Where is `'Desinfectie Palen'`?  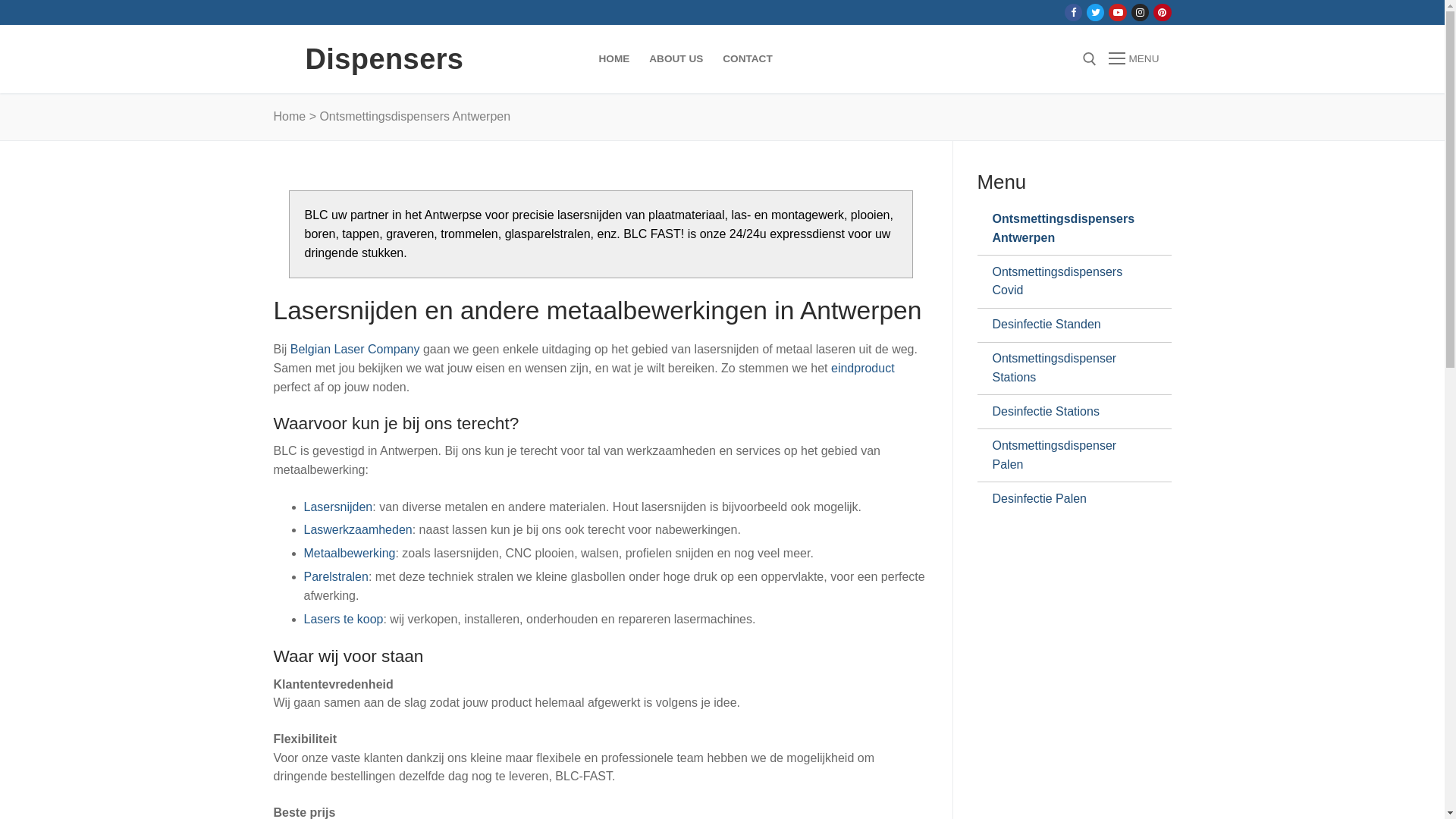
'Desinfectie Palen' is located at coordinates (1066, 499).